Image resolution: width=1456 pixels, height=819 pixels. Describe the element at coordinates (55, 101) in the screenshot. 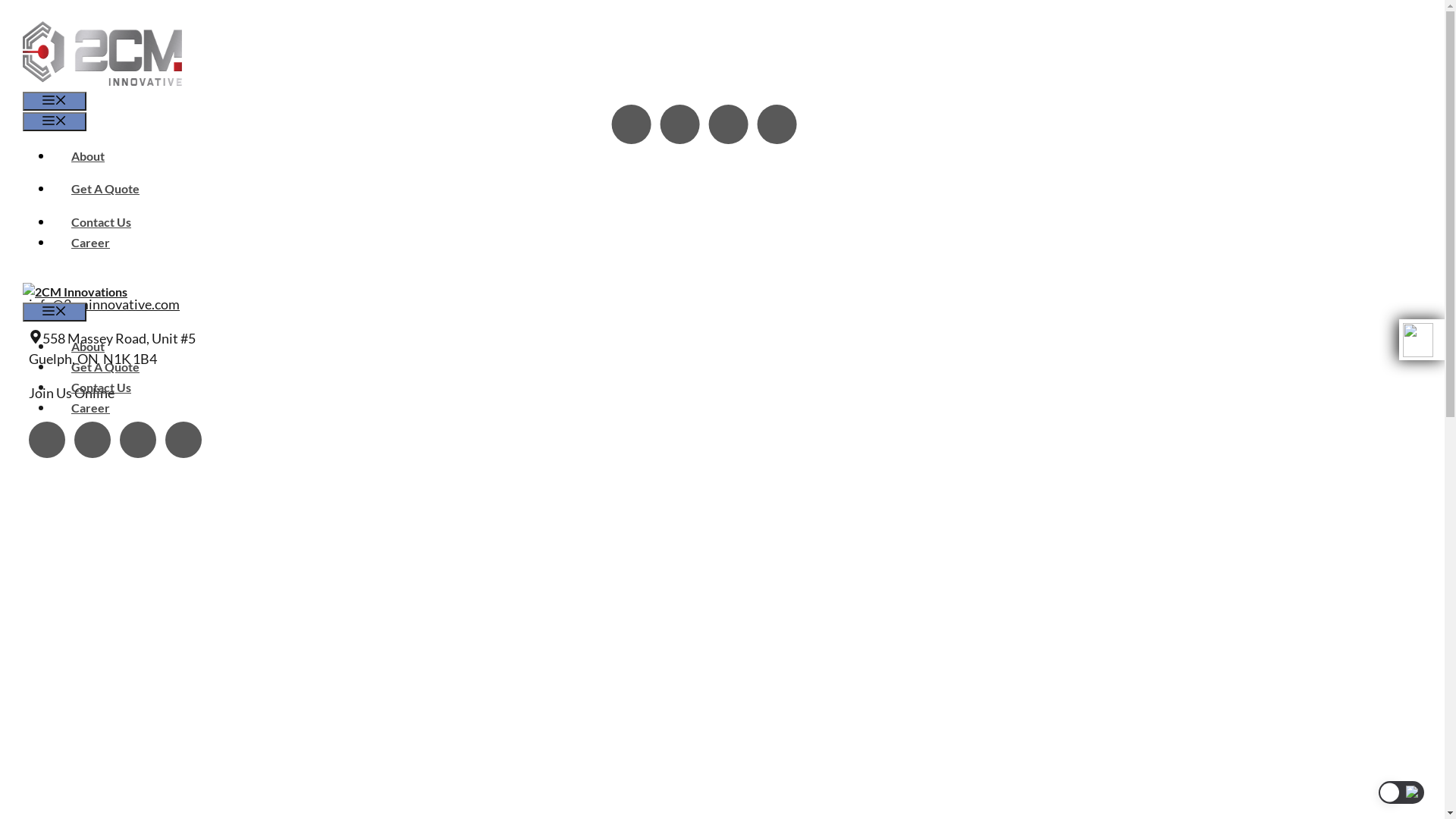

I see `'Menu'` at that location.